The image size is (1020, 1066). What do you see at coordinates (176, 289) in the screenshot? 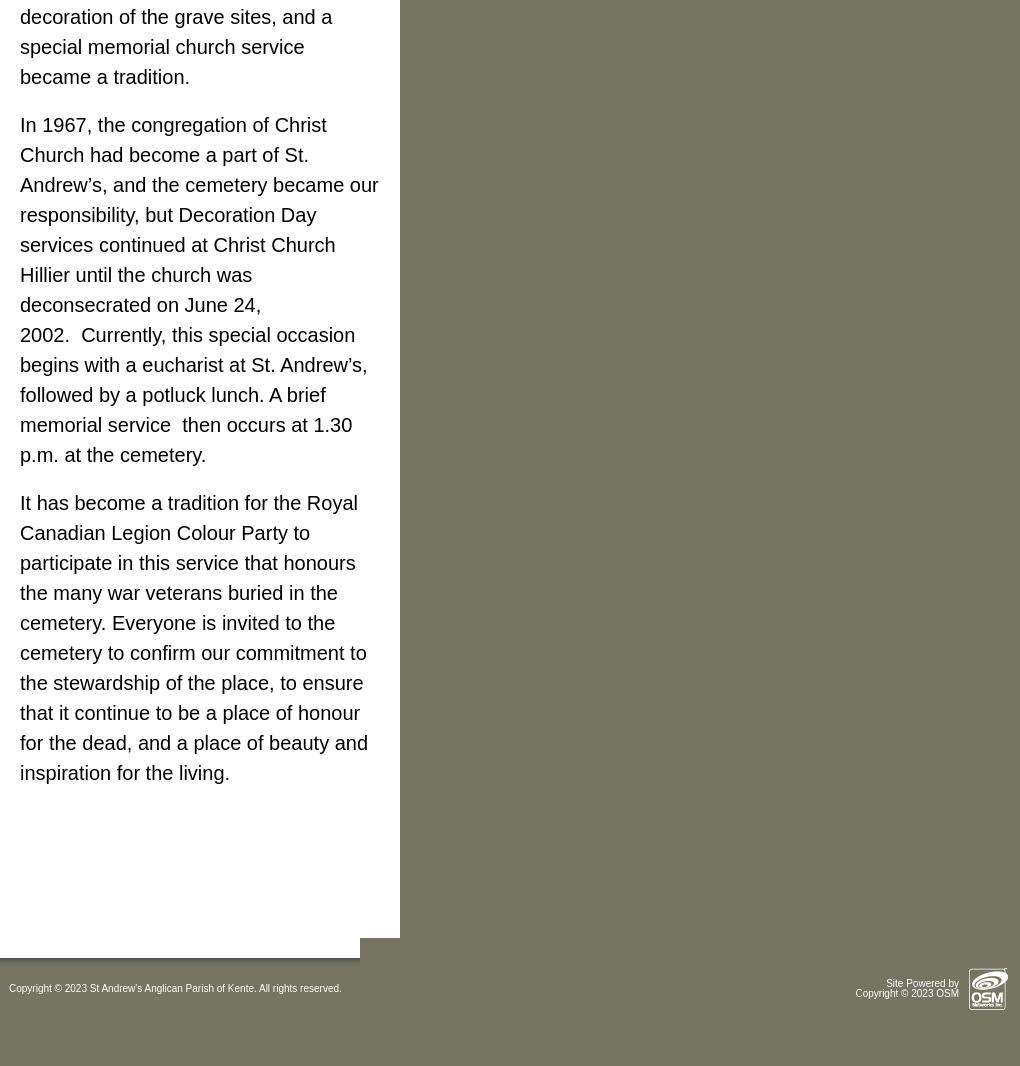
I see `'Christ Church Hillier until the church was deconsecrated on June 24, 2002.'` at bounding box center [176, 289].